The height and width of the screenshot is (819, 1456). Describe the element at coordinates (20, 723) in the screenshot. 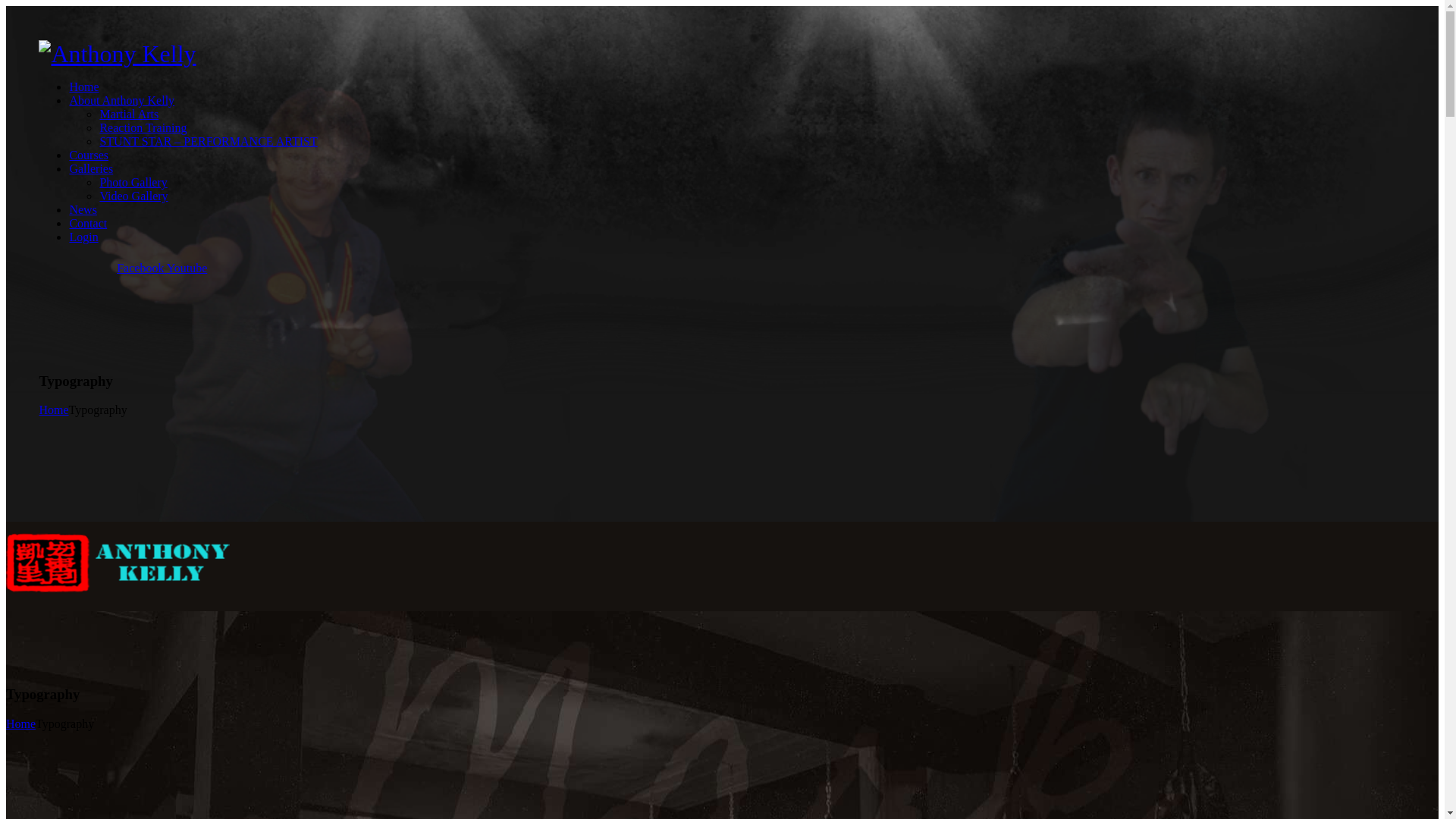

I see `'Home'` at that location.